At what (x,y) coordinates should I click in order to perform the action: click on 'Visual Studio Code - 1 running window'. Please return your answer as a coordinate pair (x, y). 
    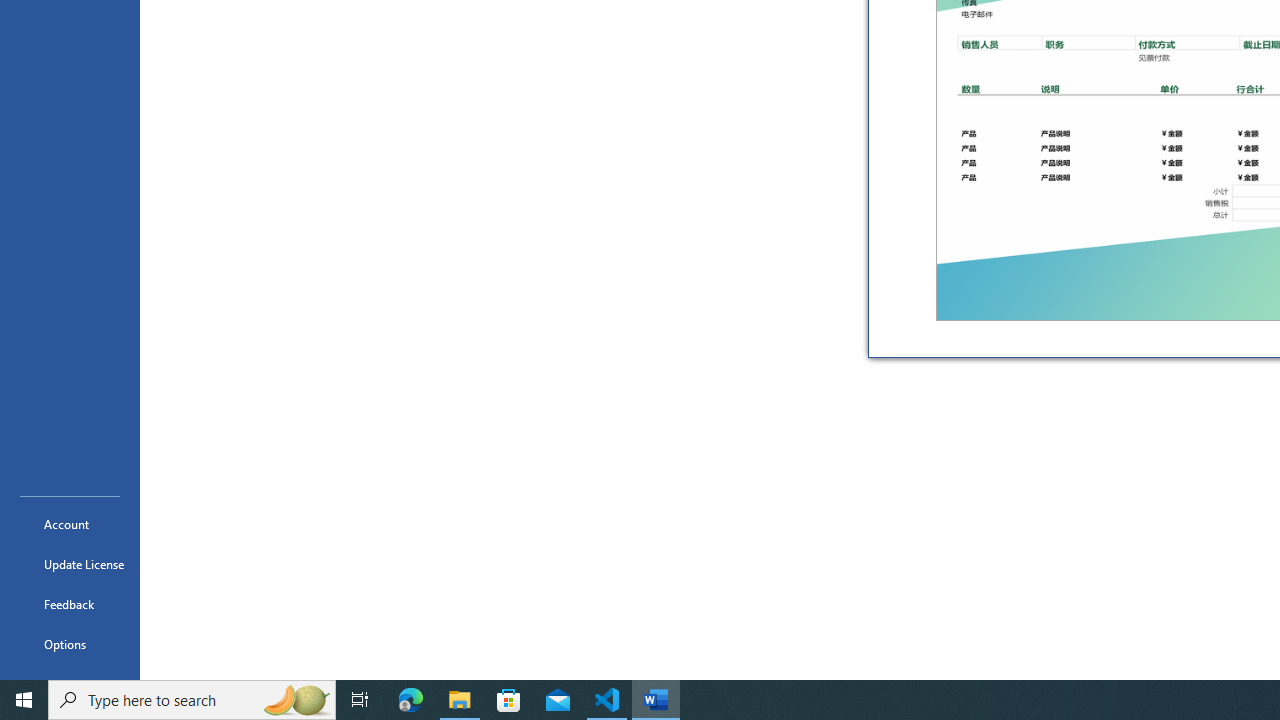
    Looking at the image, I should click on (606, 698).